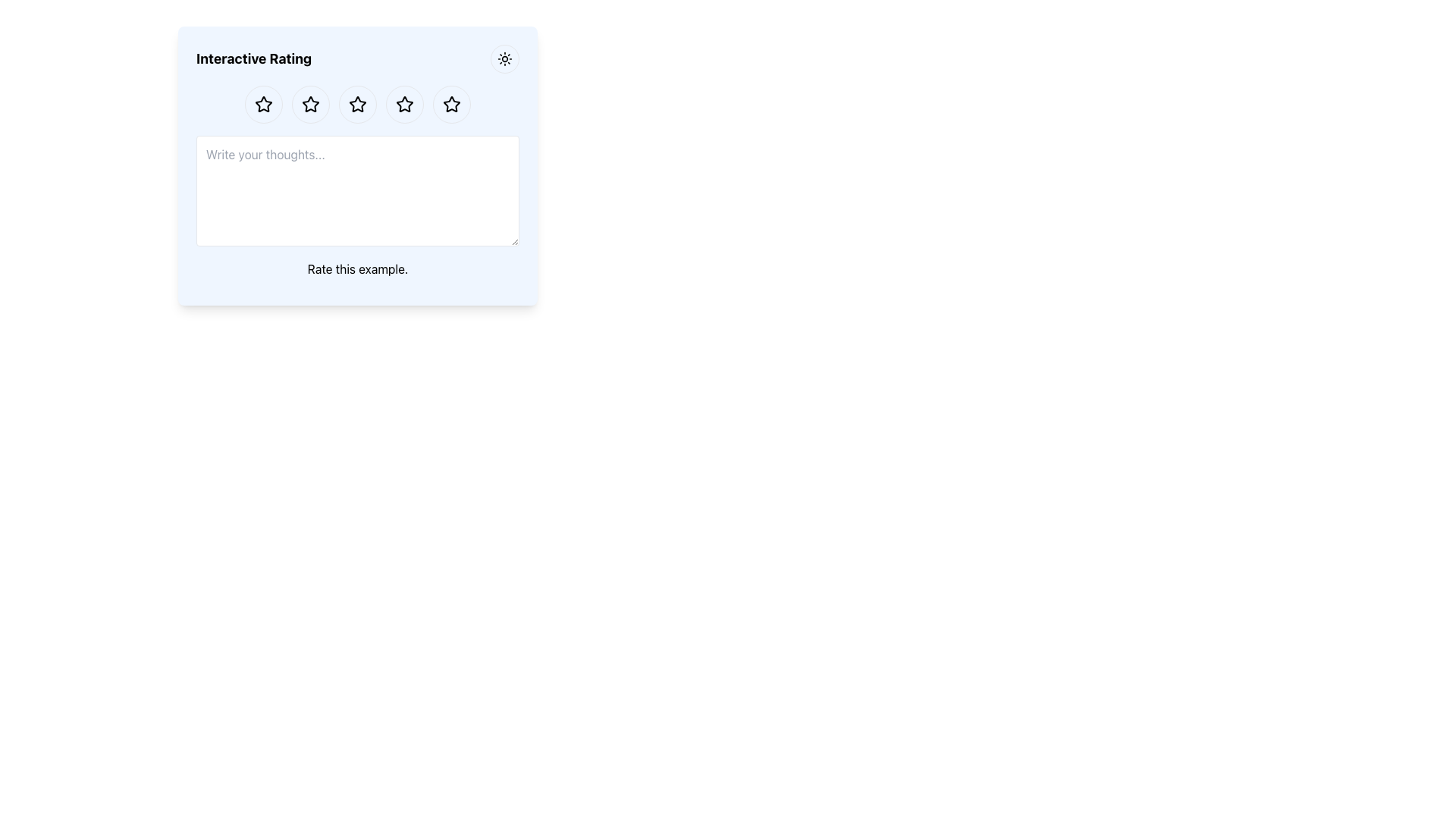 The width and height of the screenshot is (1456, 819). I want to click on the third star icon in the rating group, so click(356, 104).